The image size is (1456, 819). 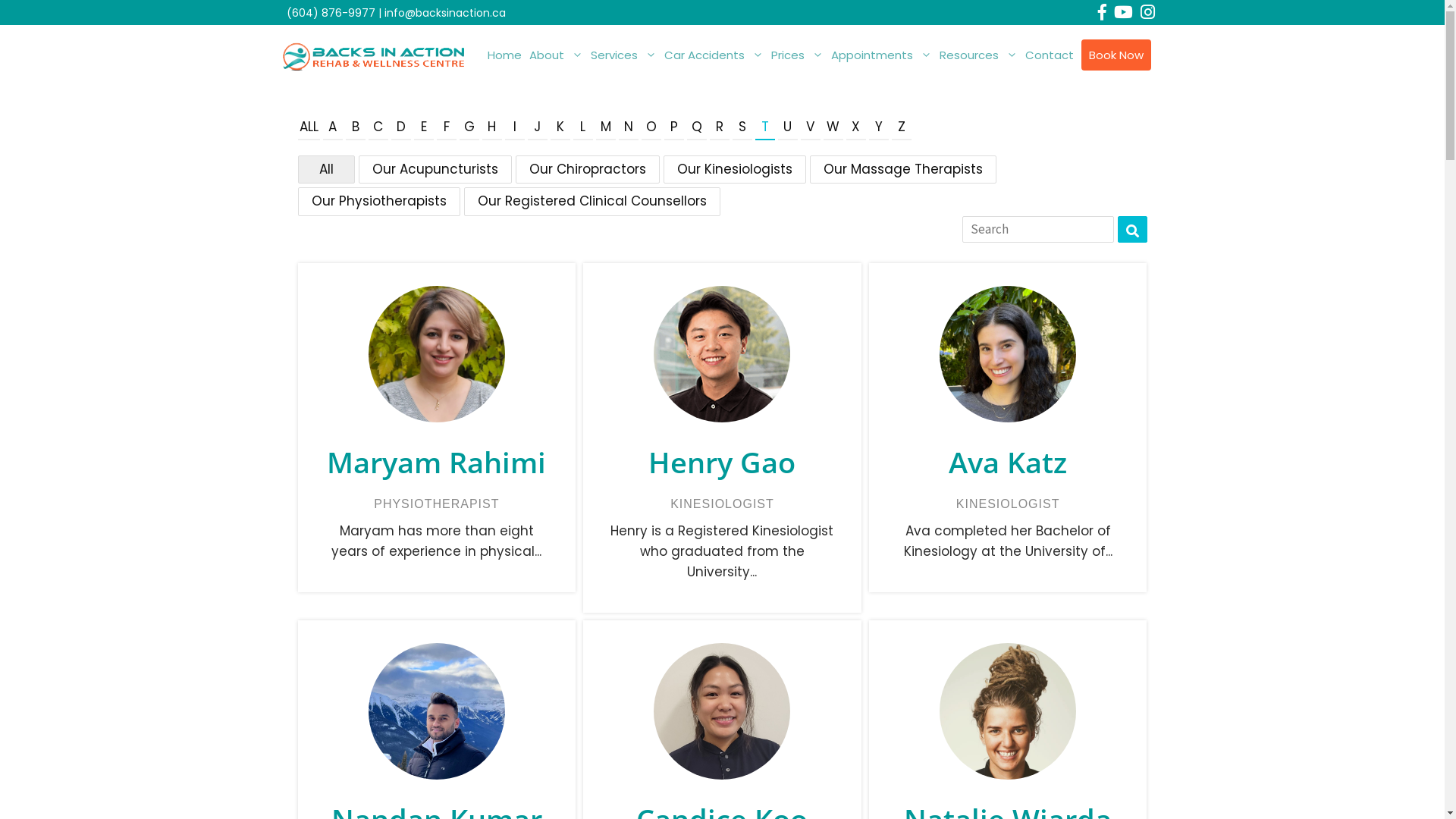 I want to click on 'C', so click(x=378, y=127).